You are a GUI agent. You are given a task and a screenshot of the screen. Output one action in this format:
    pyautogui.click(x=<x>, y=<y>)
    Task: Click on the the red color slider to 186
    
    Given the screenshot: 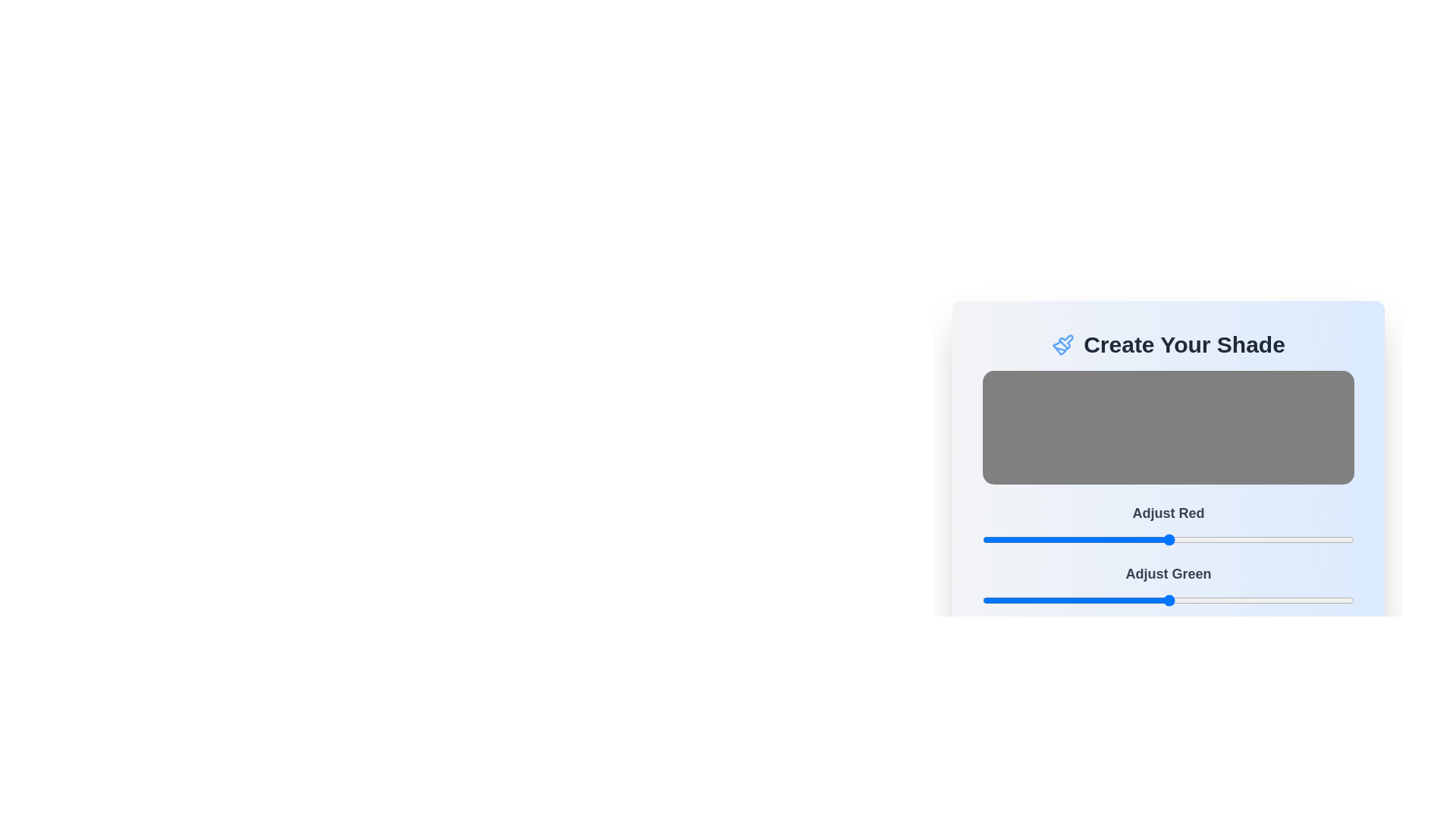 What is the action you would take?
    pyautogui.click(x=1254, y=539)
    